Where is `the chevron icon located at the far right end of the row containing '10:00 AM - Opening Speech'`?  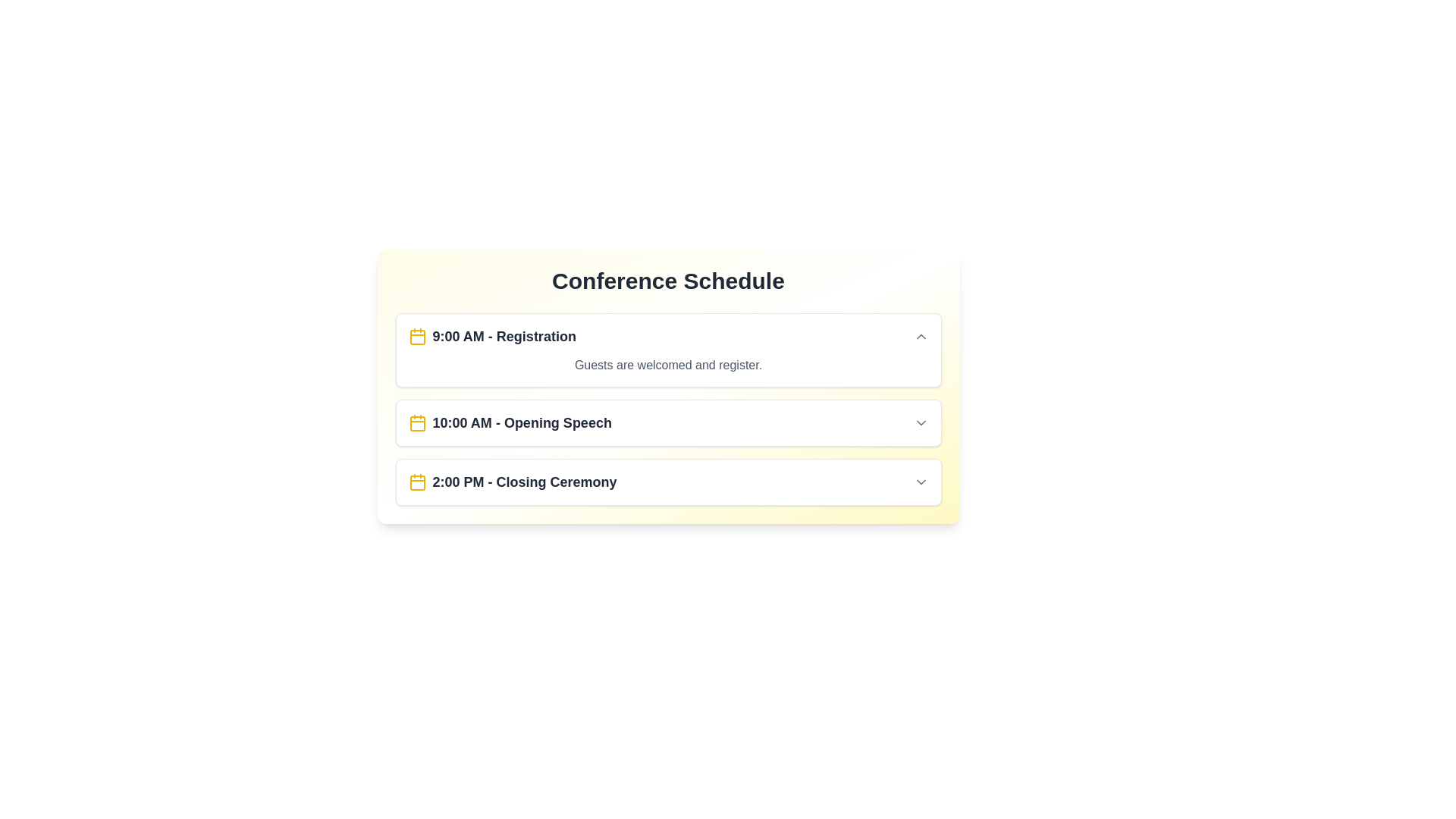
the chevron icon located at the far right end of the row containing '10:00 AM - Opening Speech' is located at coordinates (920, 423).